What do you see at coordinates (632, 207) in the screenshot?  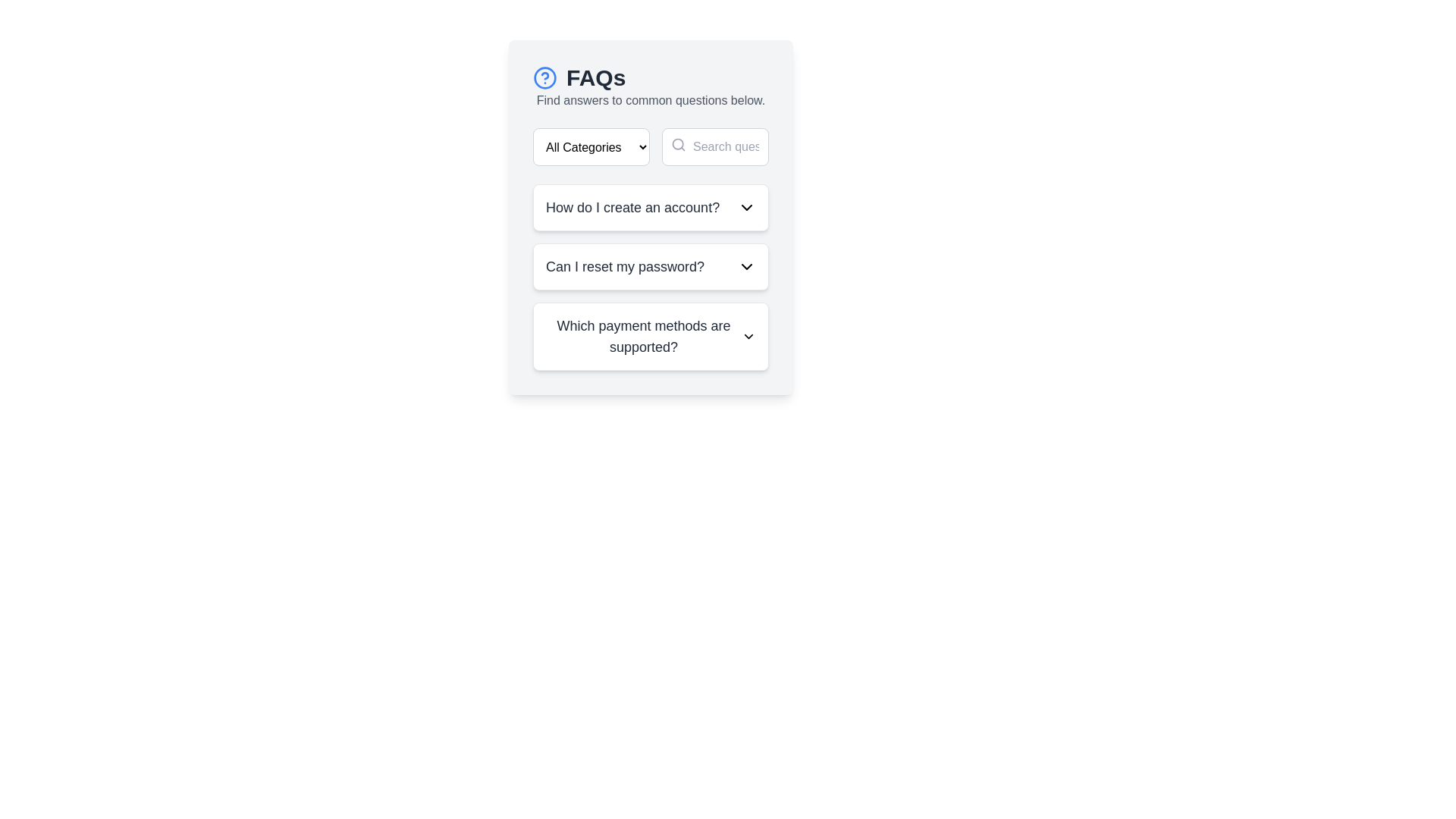 I see `the text element reading 'How do I create an account?'` at bounding box center [632, 207].